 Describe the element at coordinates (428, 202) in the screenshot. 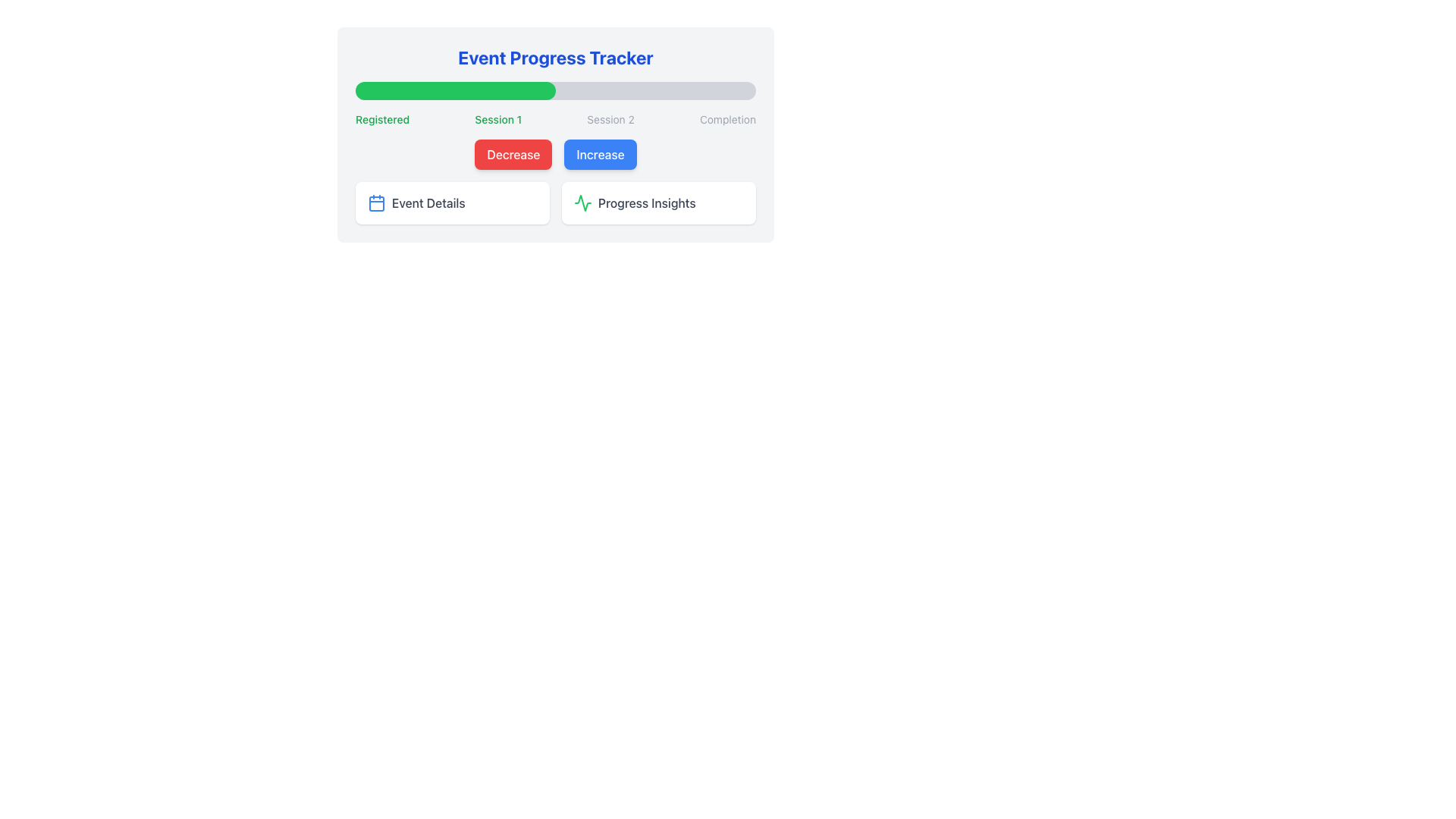

I see `the 'Event Details' text label, which is styled in gray font color and medium weight, located beneath the main progress tracker header within a white card-like section` at that location.